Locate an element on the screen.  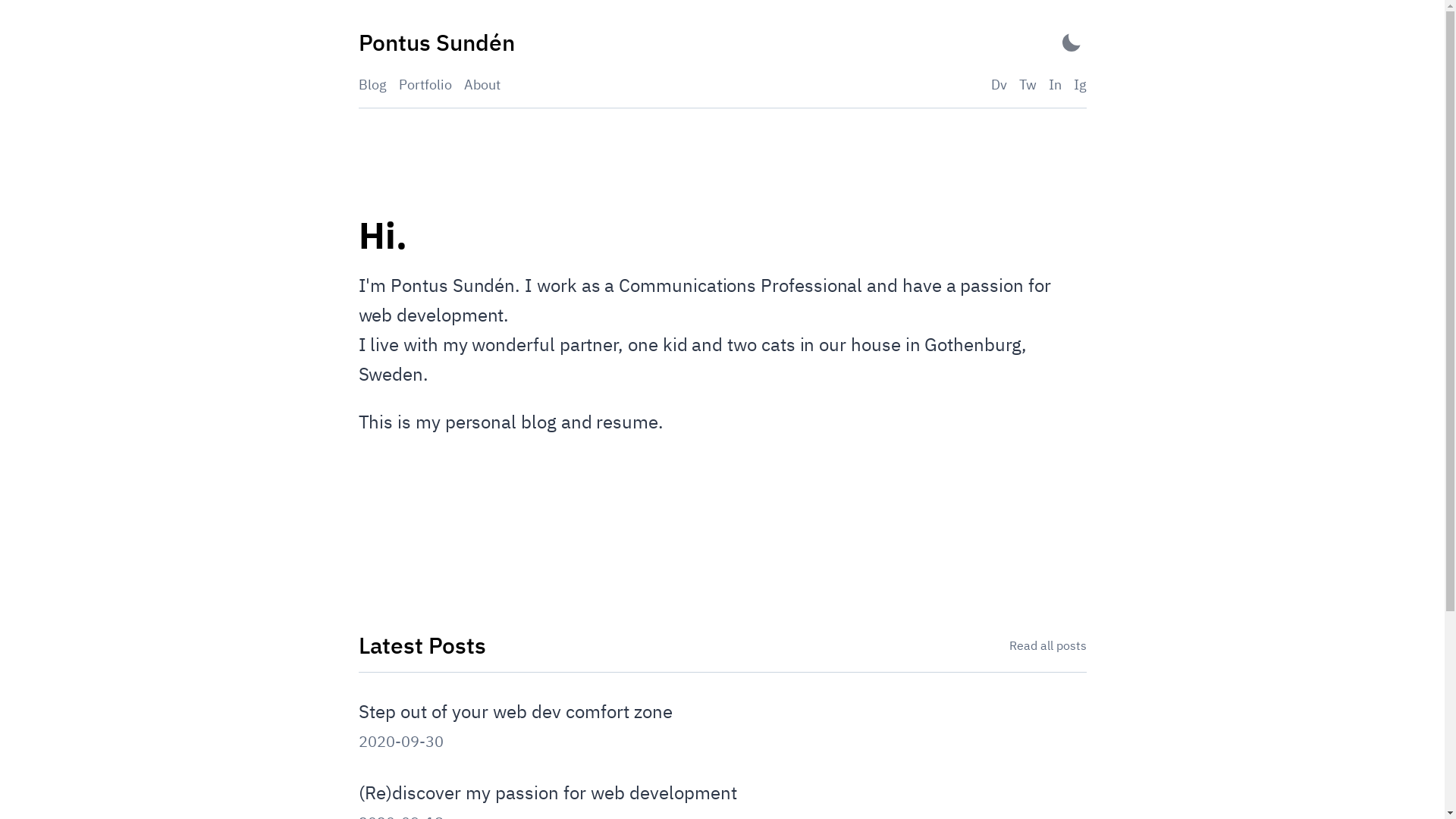
'Activate Dark Mode' is located at coordinates (1069, 42).